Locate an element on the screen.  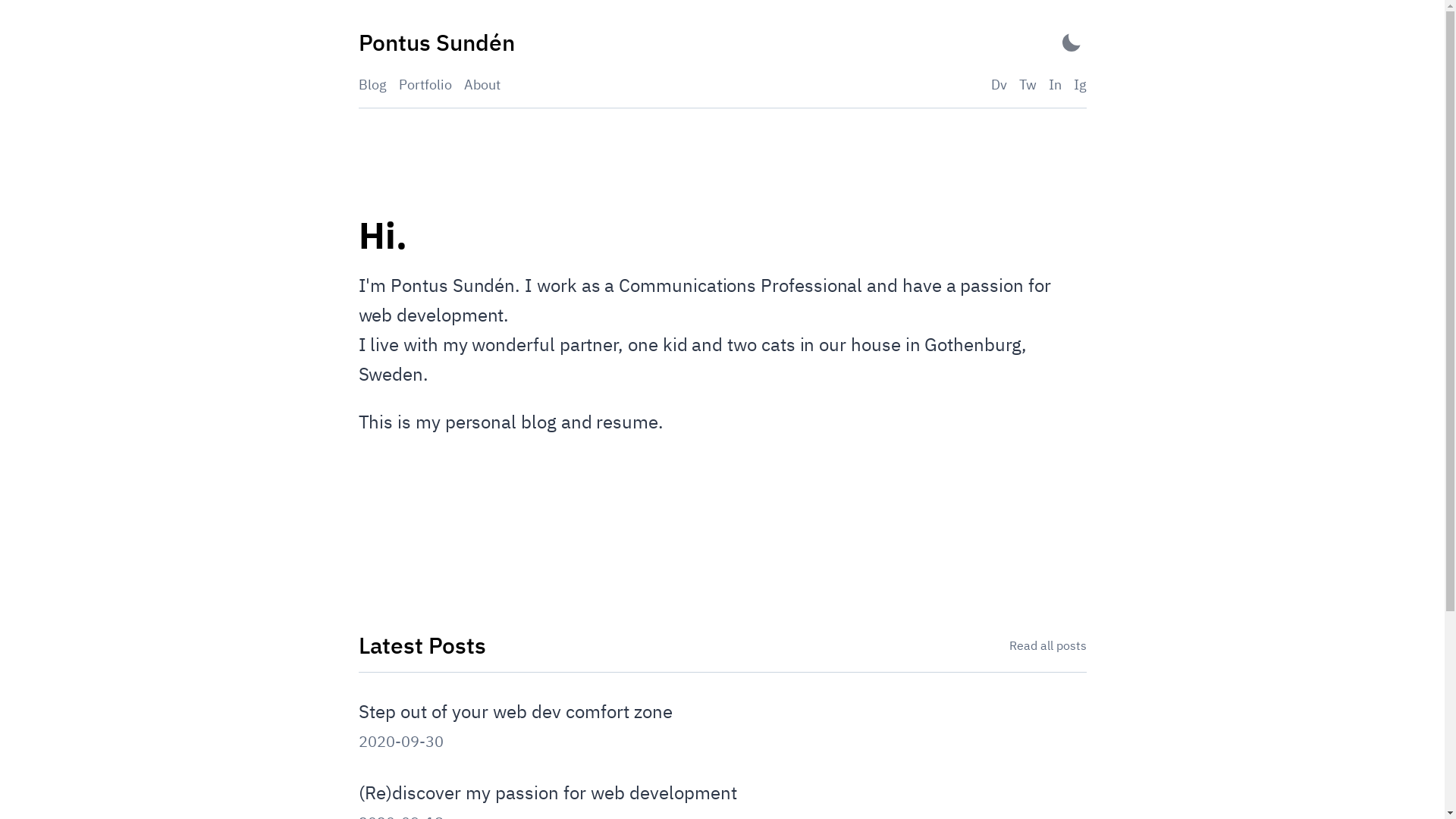
'Activate Dark Mode' is located at coordinates (1069, 42).